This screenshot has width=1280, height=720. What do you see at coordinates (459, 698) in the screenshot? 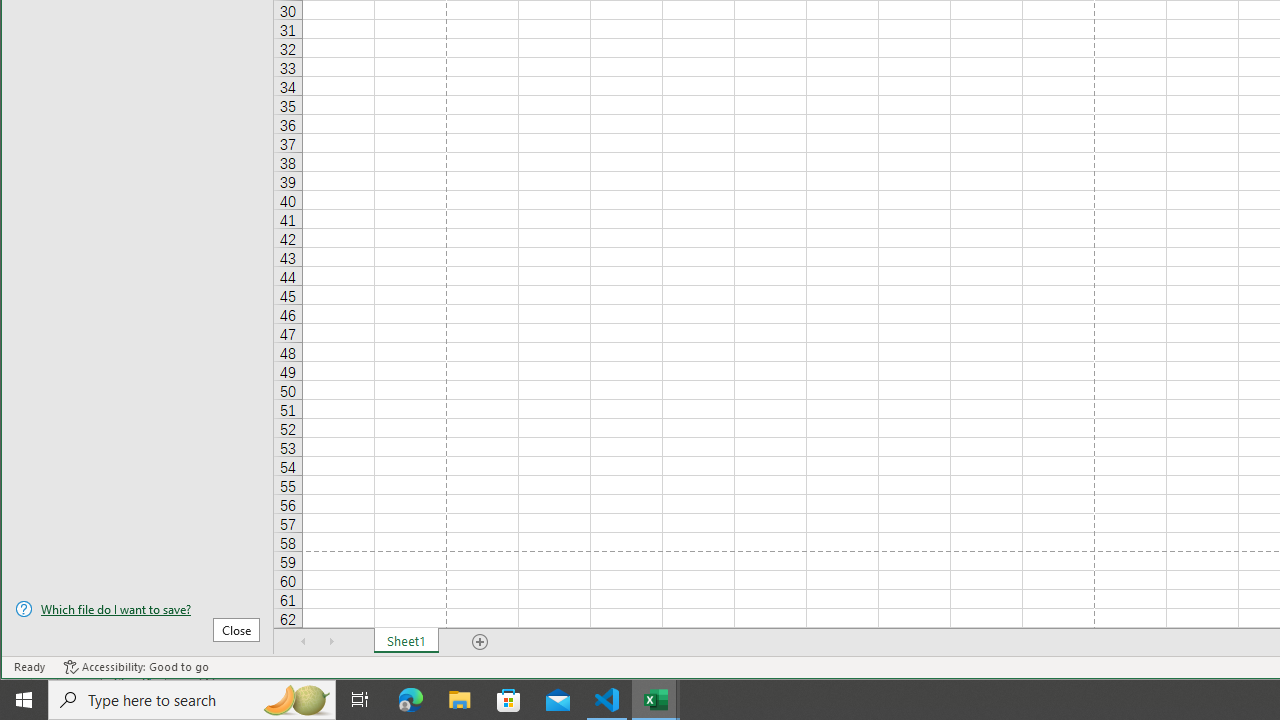
I see `'File Explorer'` at bounding box center [459, 698].